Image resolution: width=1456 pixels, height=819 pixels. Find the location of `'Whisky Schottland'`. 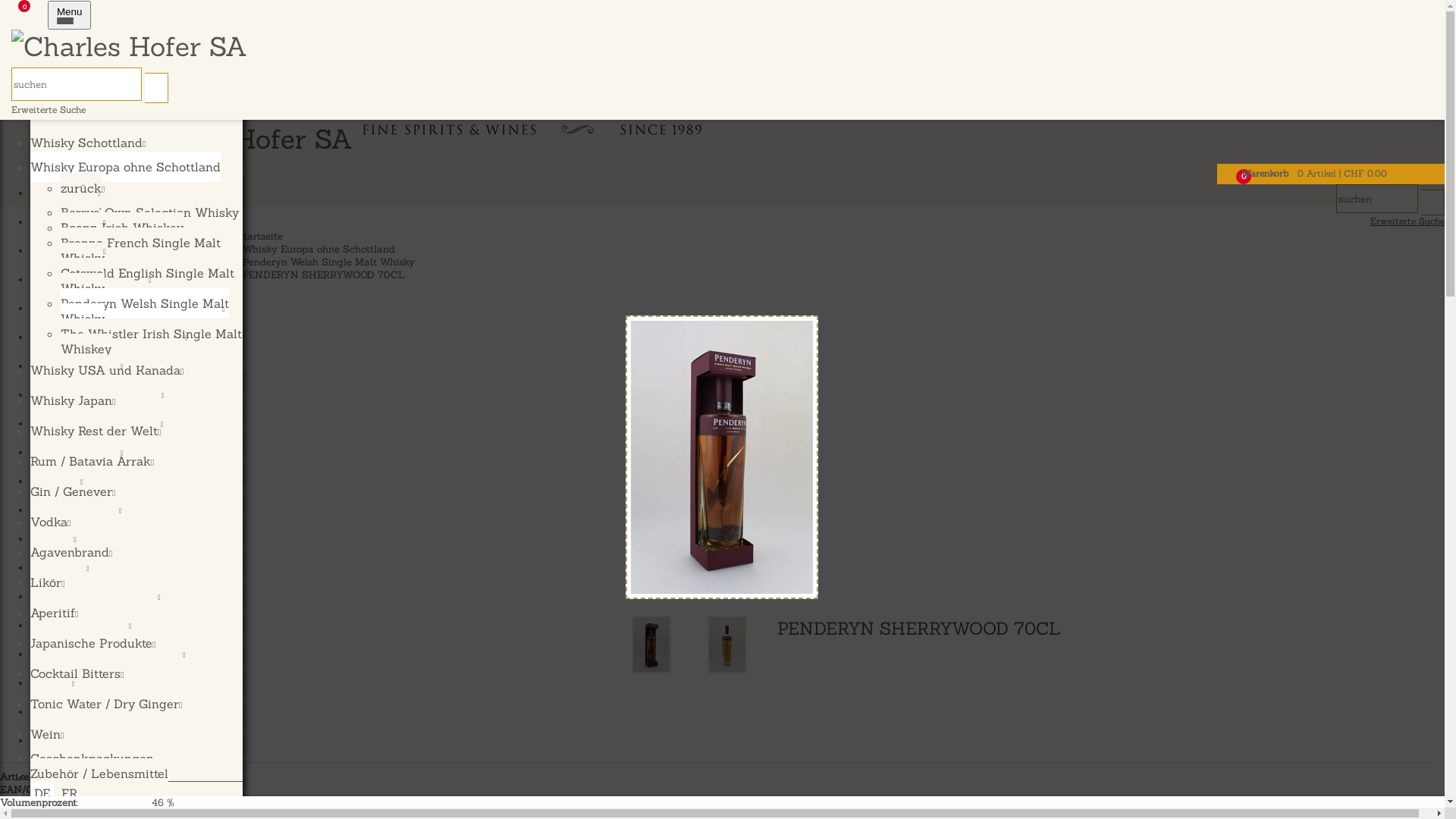

'Whisky Schottland' is located at coordinates (30, 143).